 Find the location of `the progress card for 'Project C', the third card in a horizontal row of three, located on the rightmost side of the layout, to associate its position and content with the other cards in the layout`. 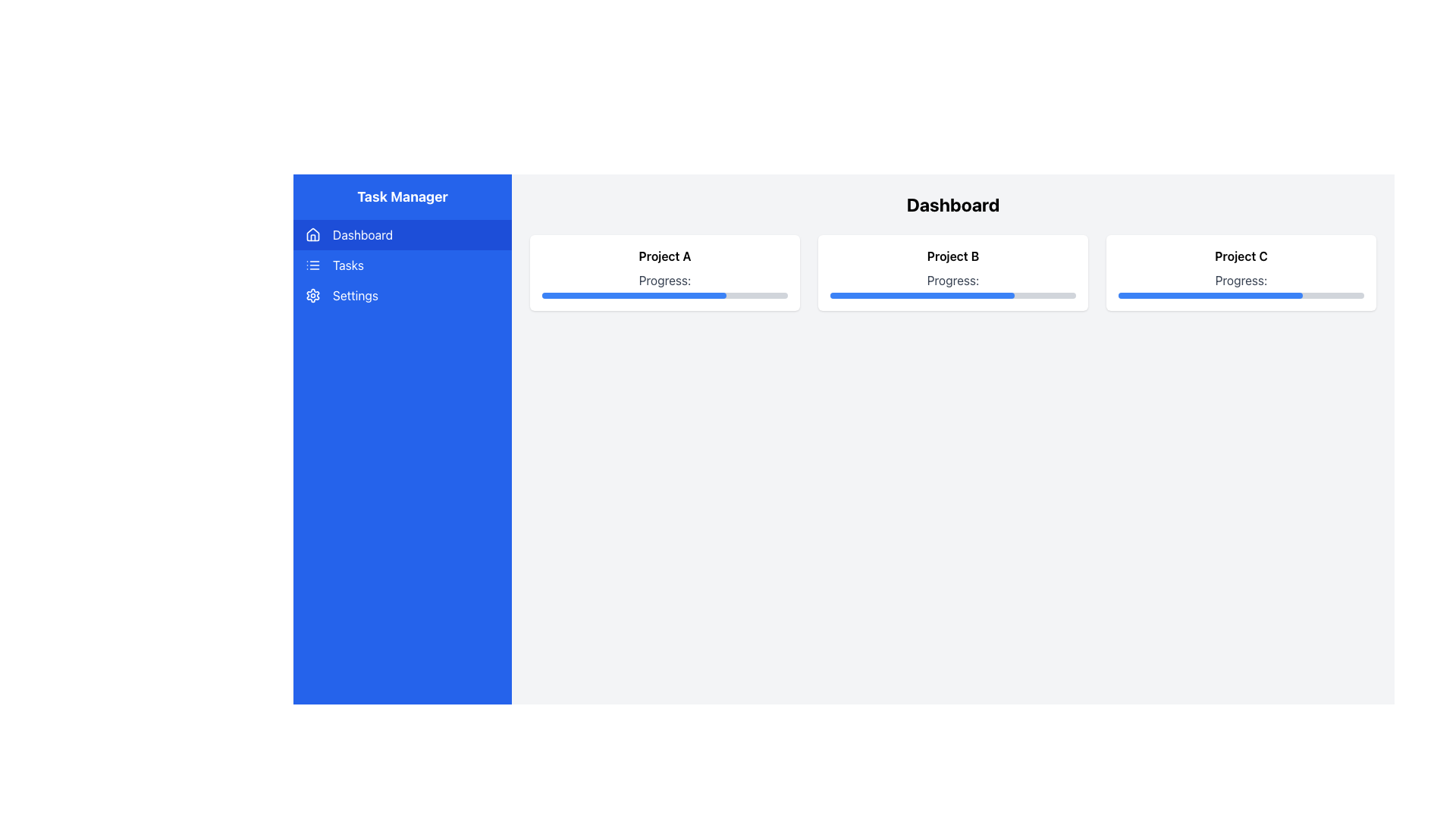

the progress card for 'Project C', the third card in a horizontal row of three, located on the rightmost side of the layout, to associate its position and content with the other cards in the layout is located at coordinates (1241, 271).